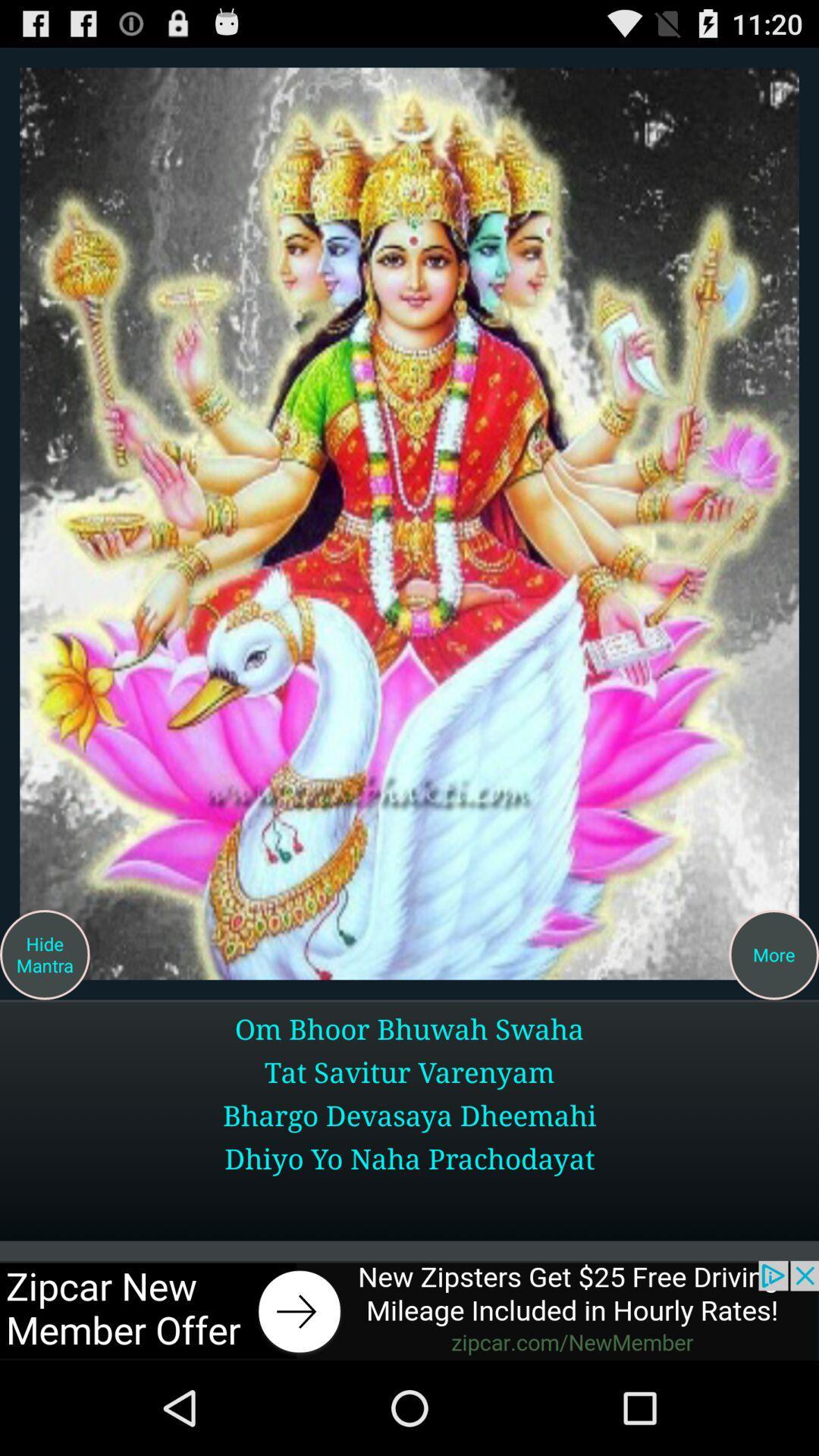 The image size is (819, 1456). What do you see at coordinates (409, 1310) in the screenshot?
I see `the option` at bounding box center [409, 1310].